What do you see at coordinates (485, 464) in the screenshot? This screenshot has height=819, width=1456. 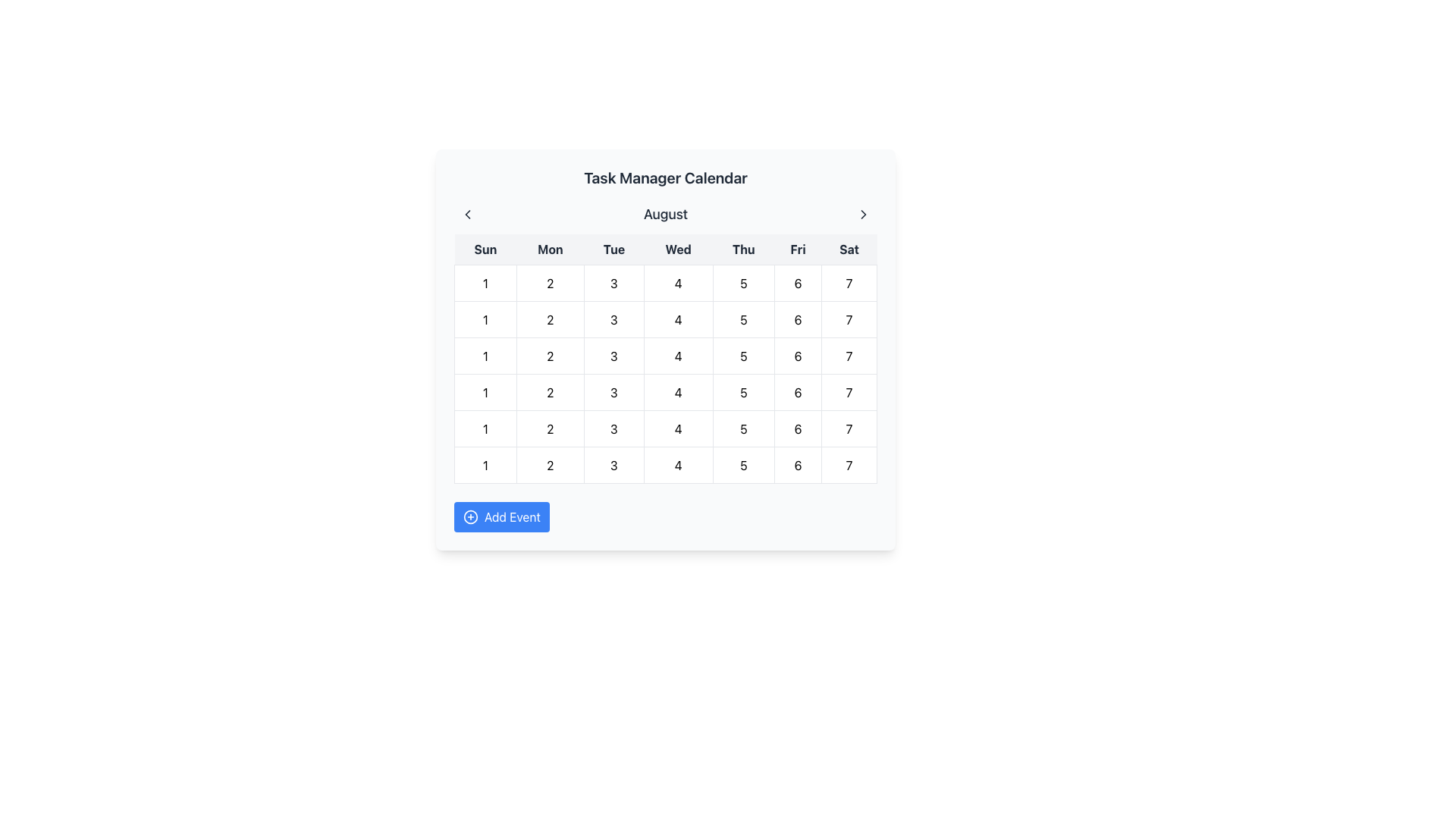 I see `the text element representing the first day of the week (Sunday) in the calendar grid, located in the first column of the sixth row` at bounding box center [485, 464].